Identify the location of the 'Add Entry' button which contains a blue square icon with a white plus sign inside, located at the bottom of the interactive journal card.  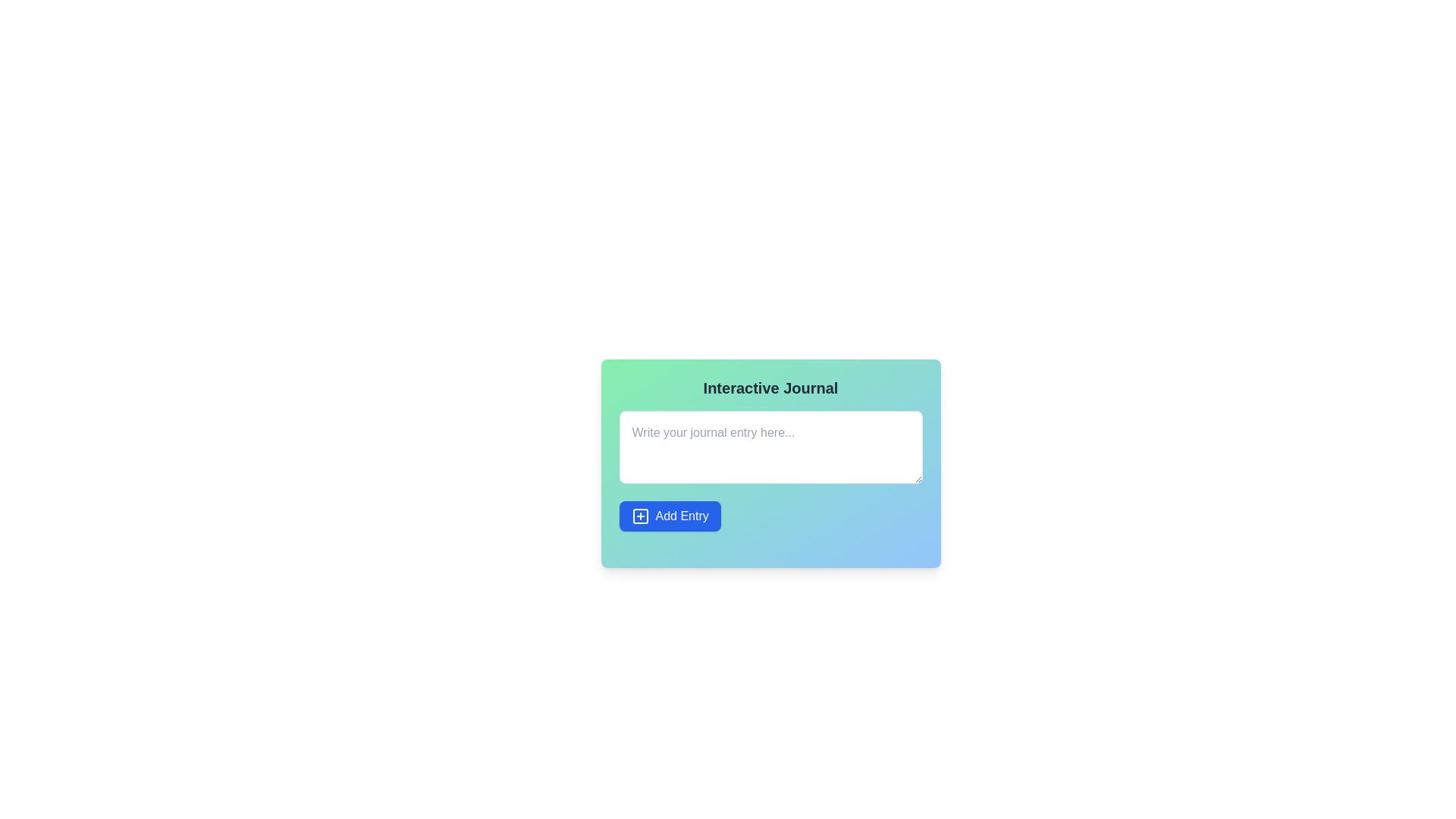
(640, 516).